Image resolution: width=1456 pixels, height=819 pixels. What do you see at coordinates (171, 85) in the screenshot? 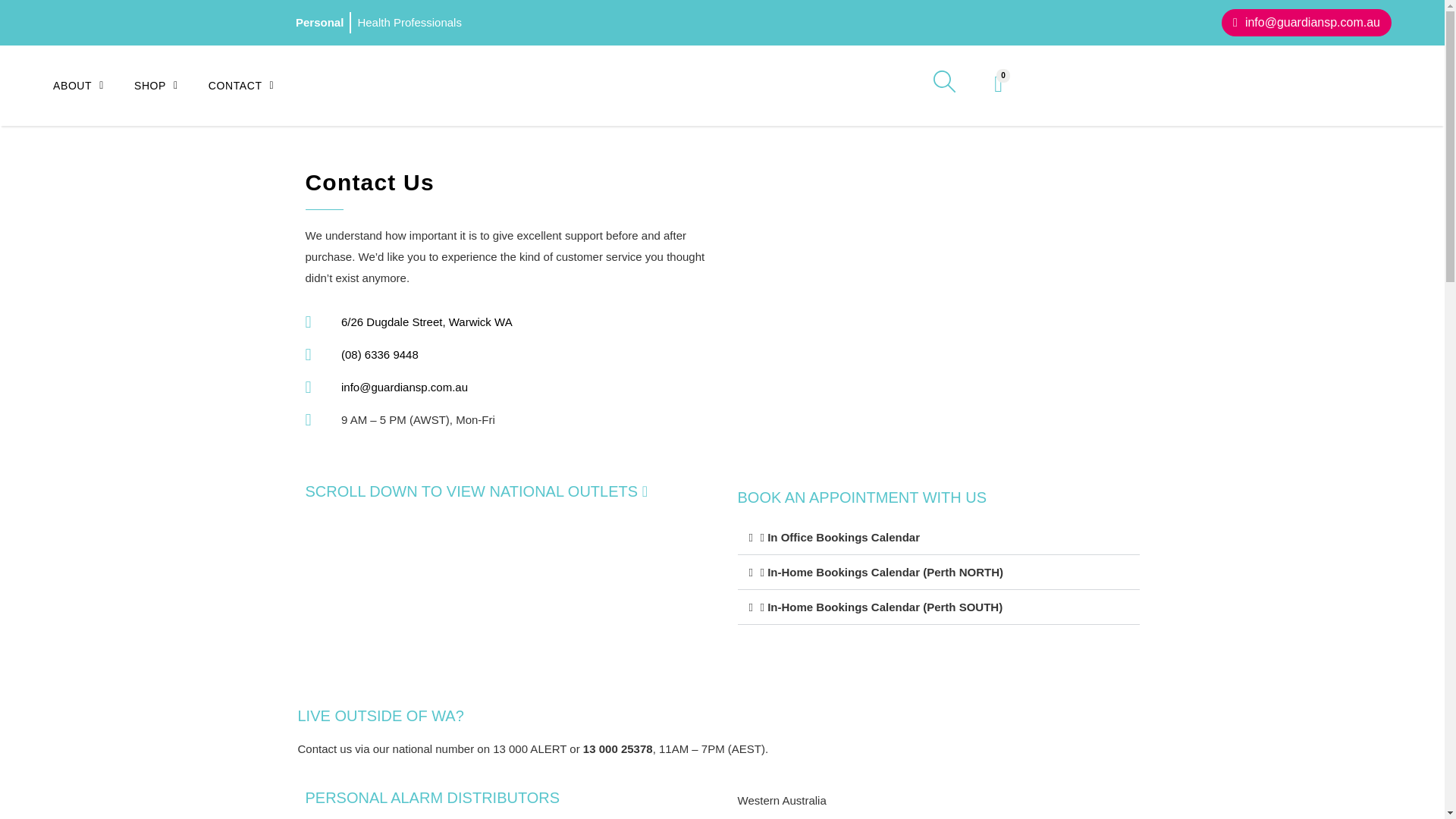
I see `'SHOP'` at bounding box center [171, 85].